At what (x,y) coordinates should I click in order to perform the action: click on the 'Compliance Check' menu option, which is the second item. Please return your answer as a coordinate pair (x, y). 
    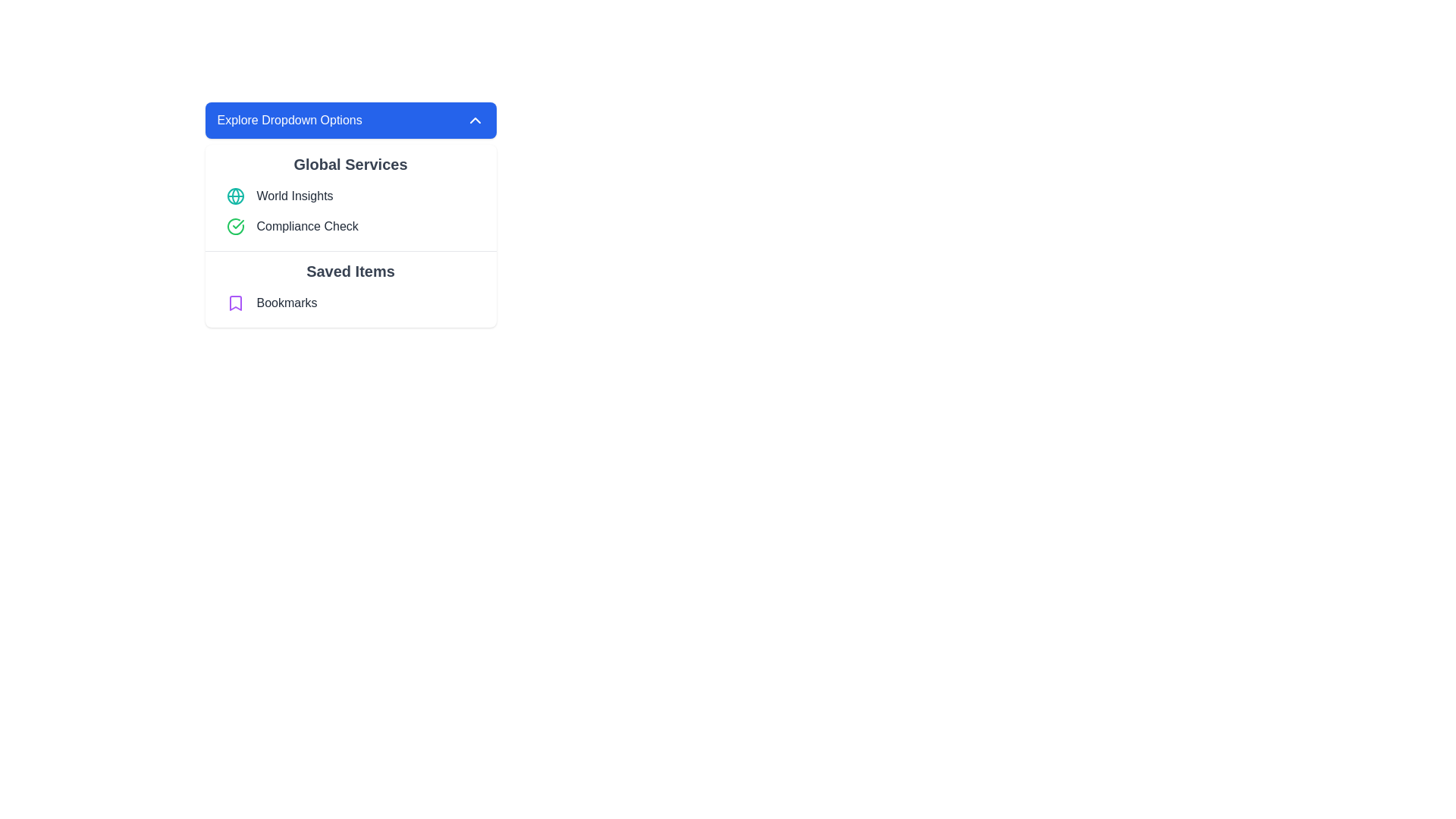
    Looking at the image, I should click on (350, 215).